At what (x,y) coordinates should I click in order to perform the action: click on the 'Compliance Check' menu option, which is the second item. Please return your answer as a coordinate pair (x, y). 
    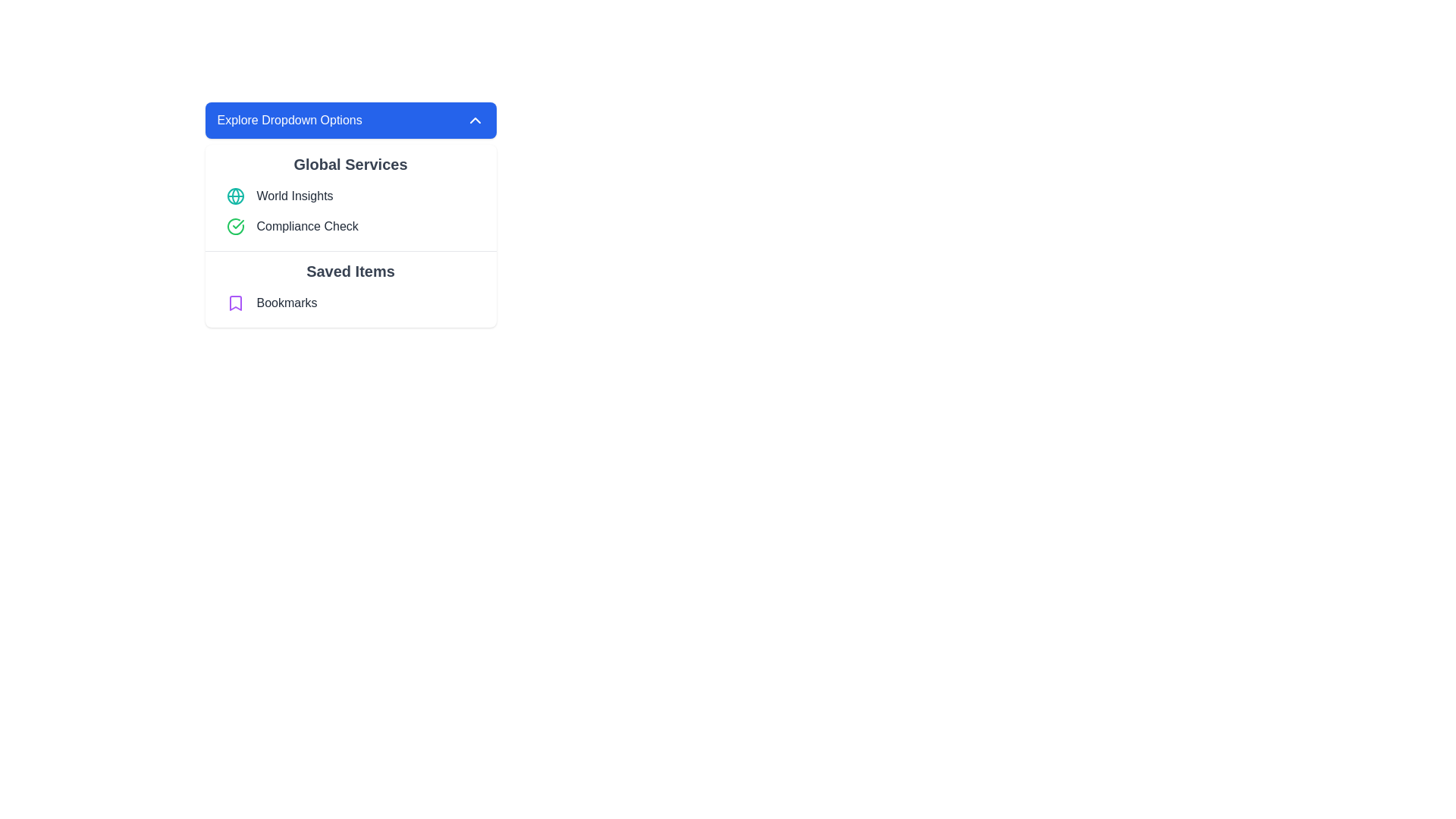
    Looking at the image, I should click on (350, 215).